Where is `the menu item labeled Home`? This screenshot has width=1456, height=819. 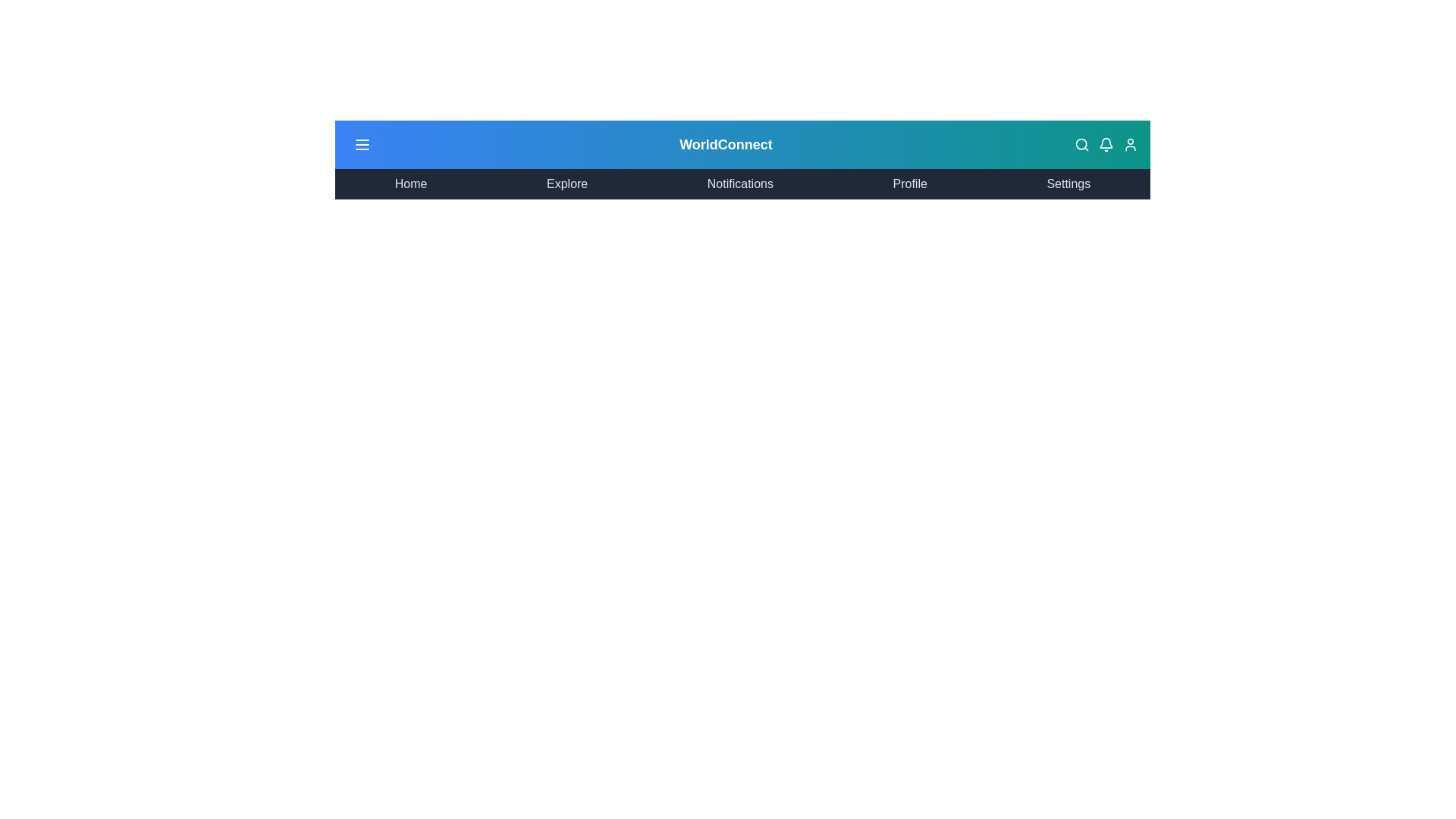 the menu item labeled Home is located at coordinates (411, 184).